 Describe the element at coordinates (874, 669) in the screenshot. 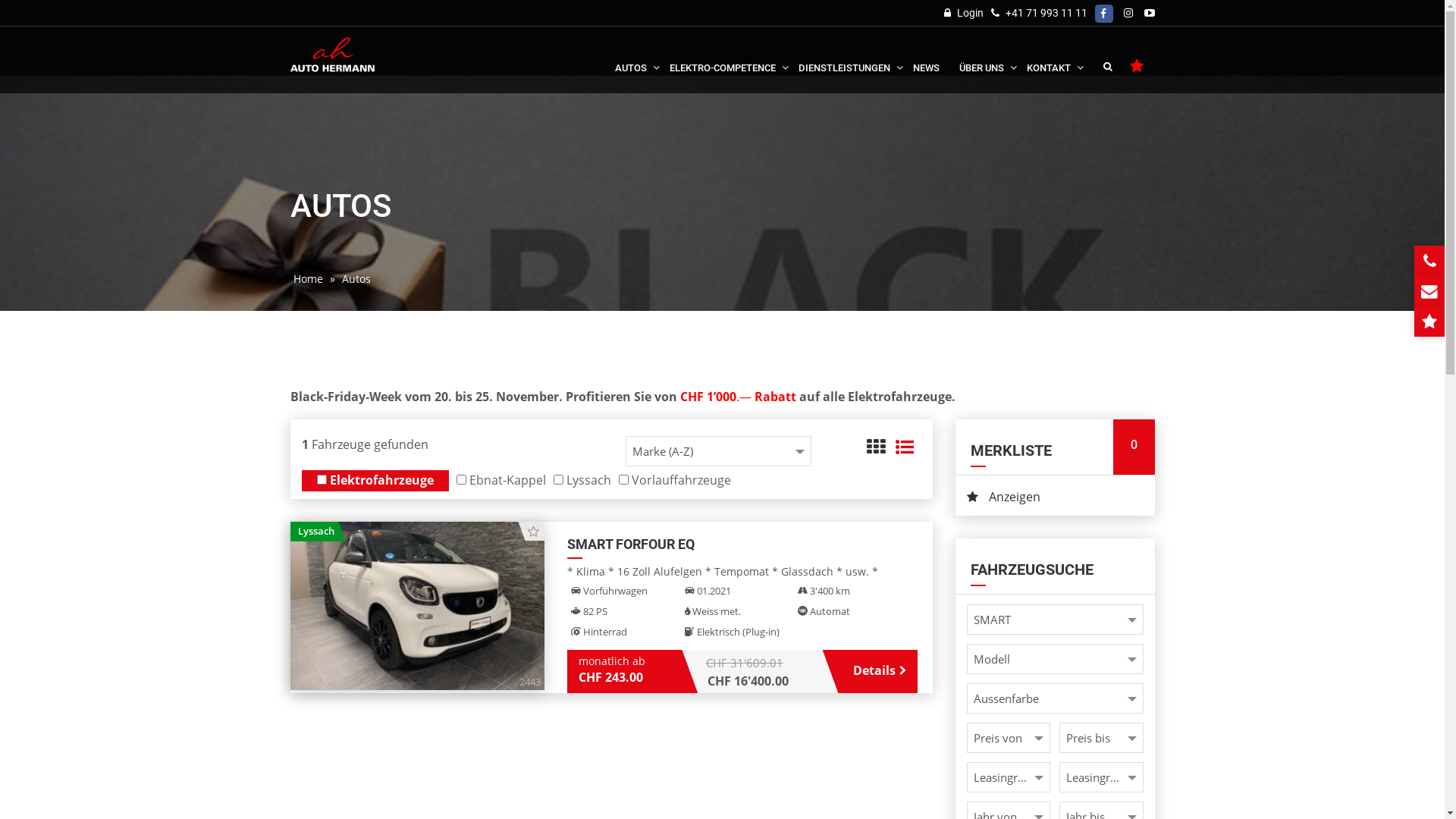

I see `'Details'` at that location.